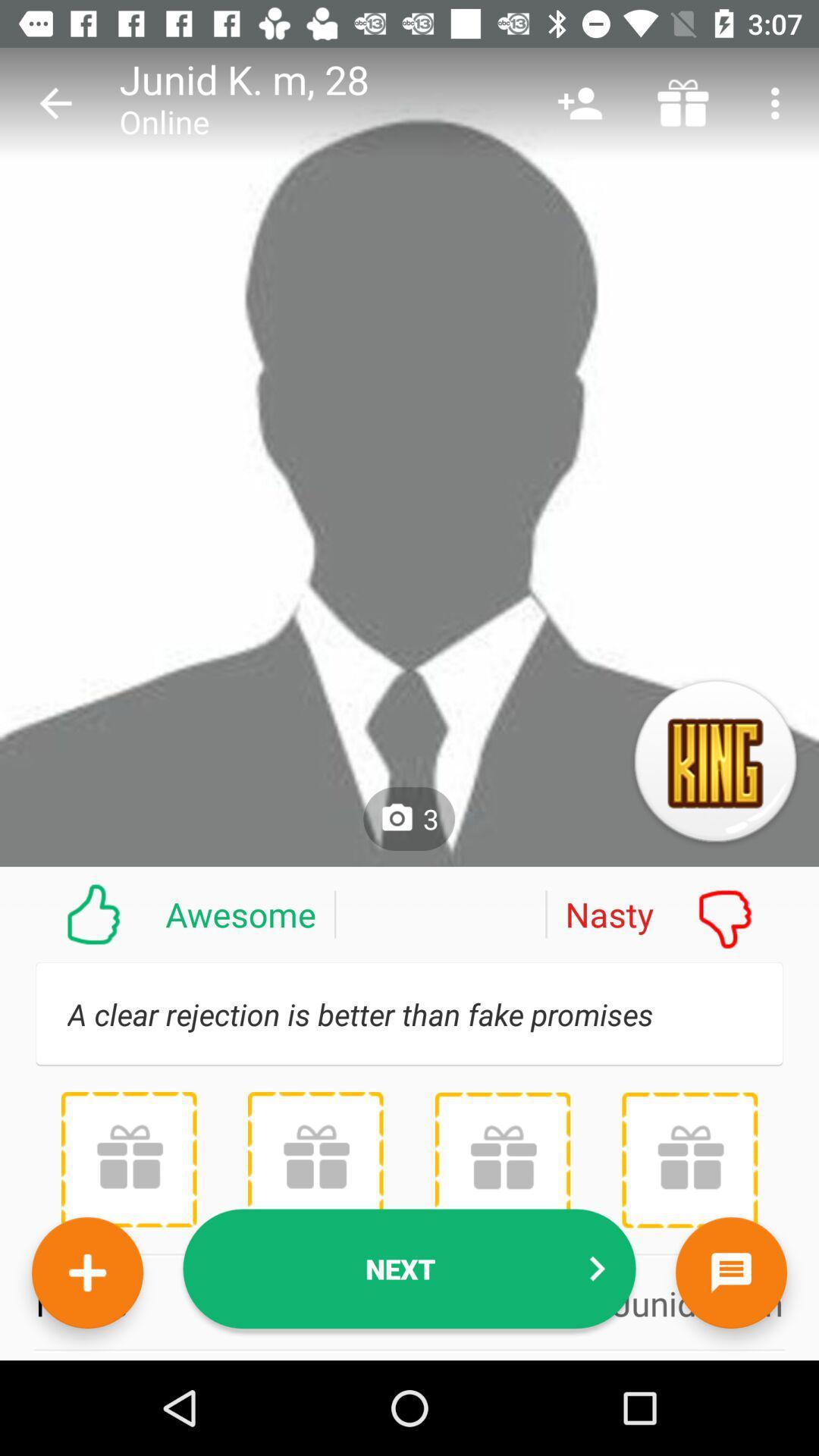 Image resolution: width=819 pixels, height=1456 pixels. I want to click on item above the name icon, so click(128, 1159).